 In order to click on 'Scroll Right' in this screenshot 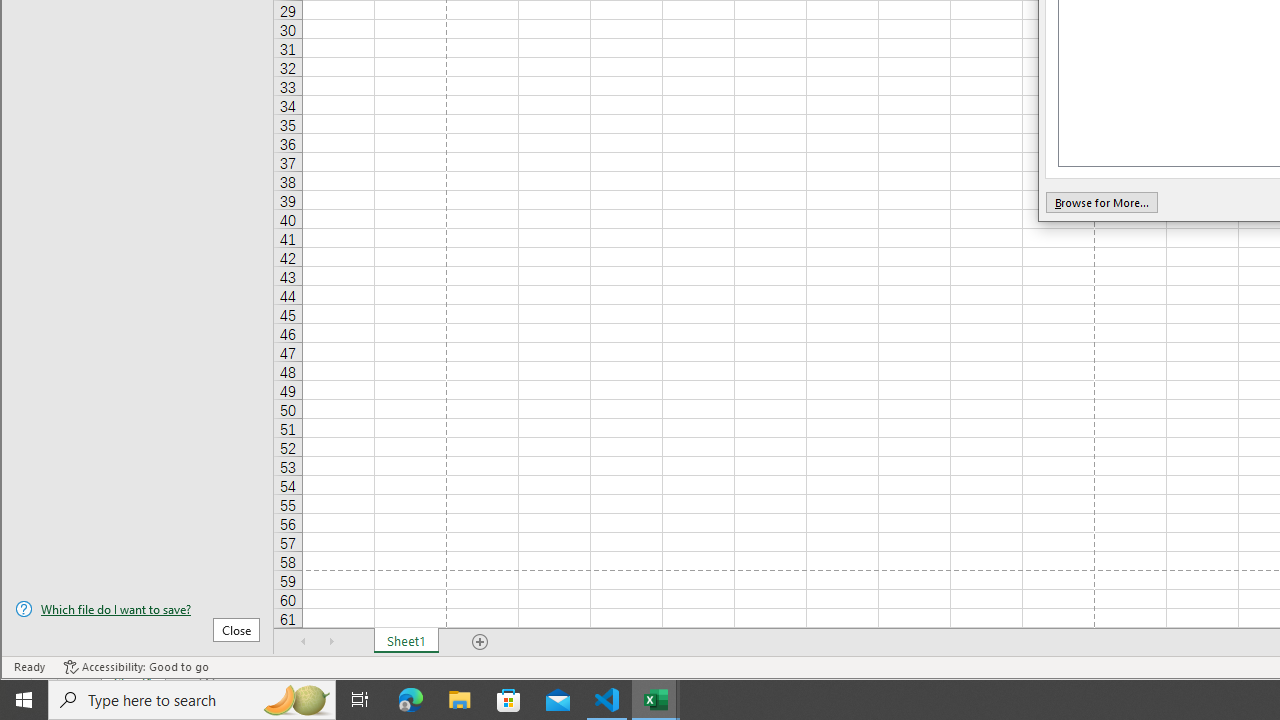, I will do `click(331, 641)`.